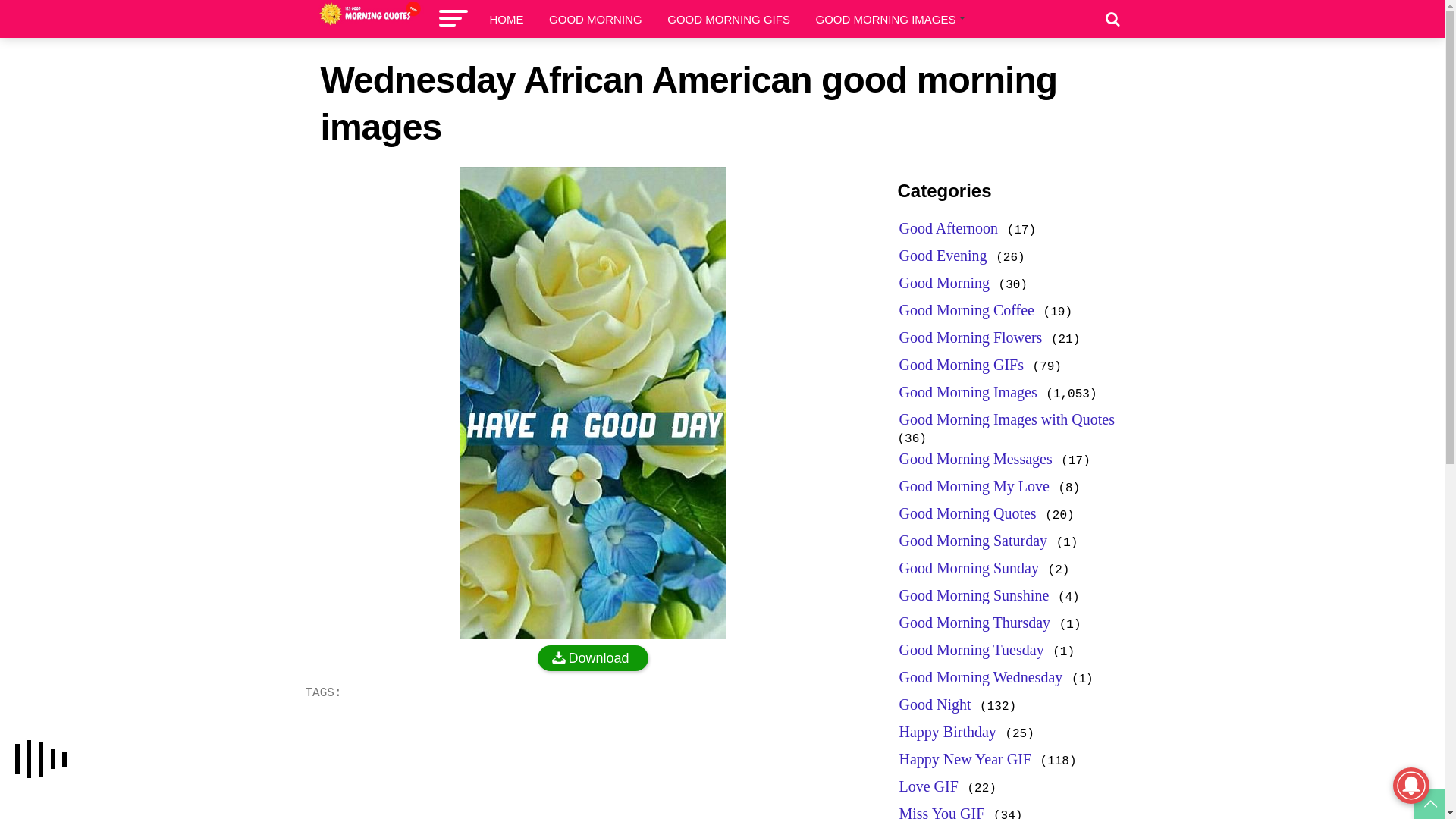  Describe the element at coordinates (1007, 419) in the screenshot. I see `'Good Morning Images with Quotes'` at that location.